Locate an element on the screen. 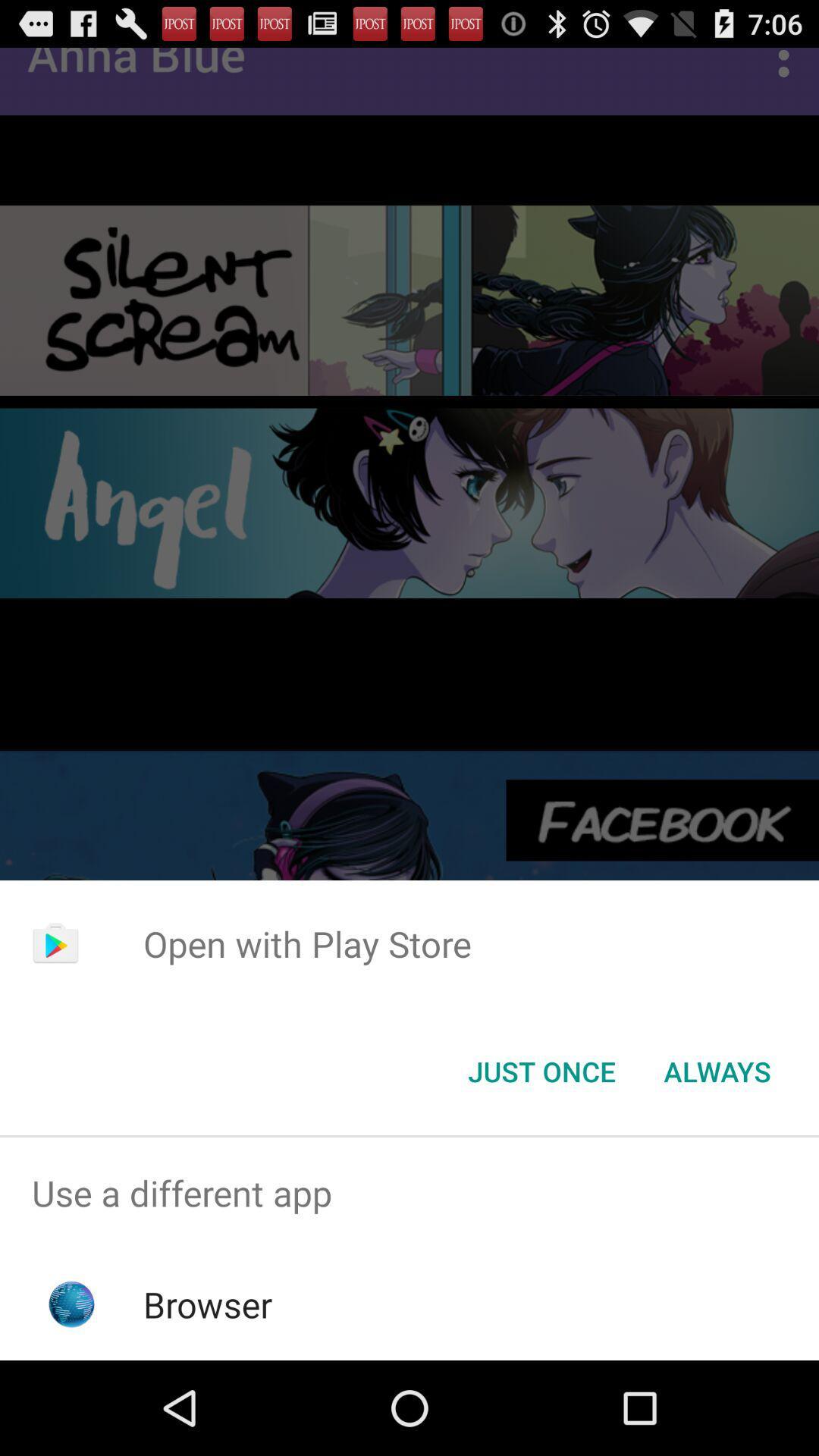 The image size is (819, 1456). always icon is located at coordinates (717, 1070).